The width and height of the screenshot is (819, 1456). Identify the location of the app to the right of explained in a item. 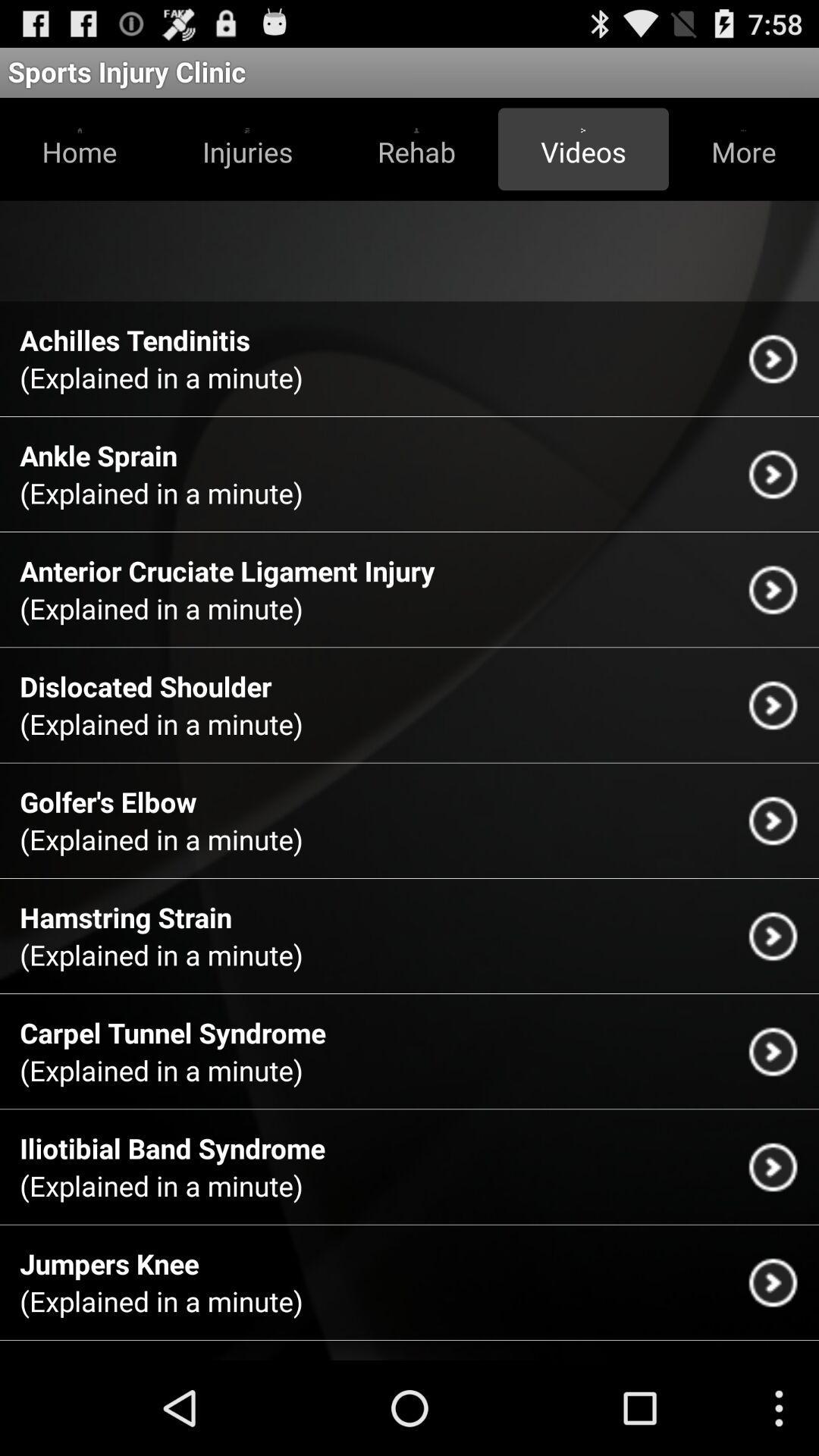
(773, 820).